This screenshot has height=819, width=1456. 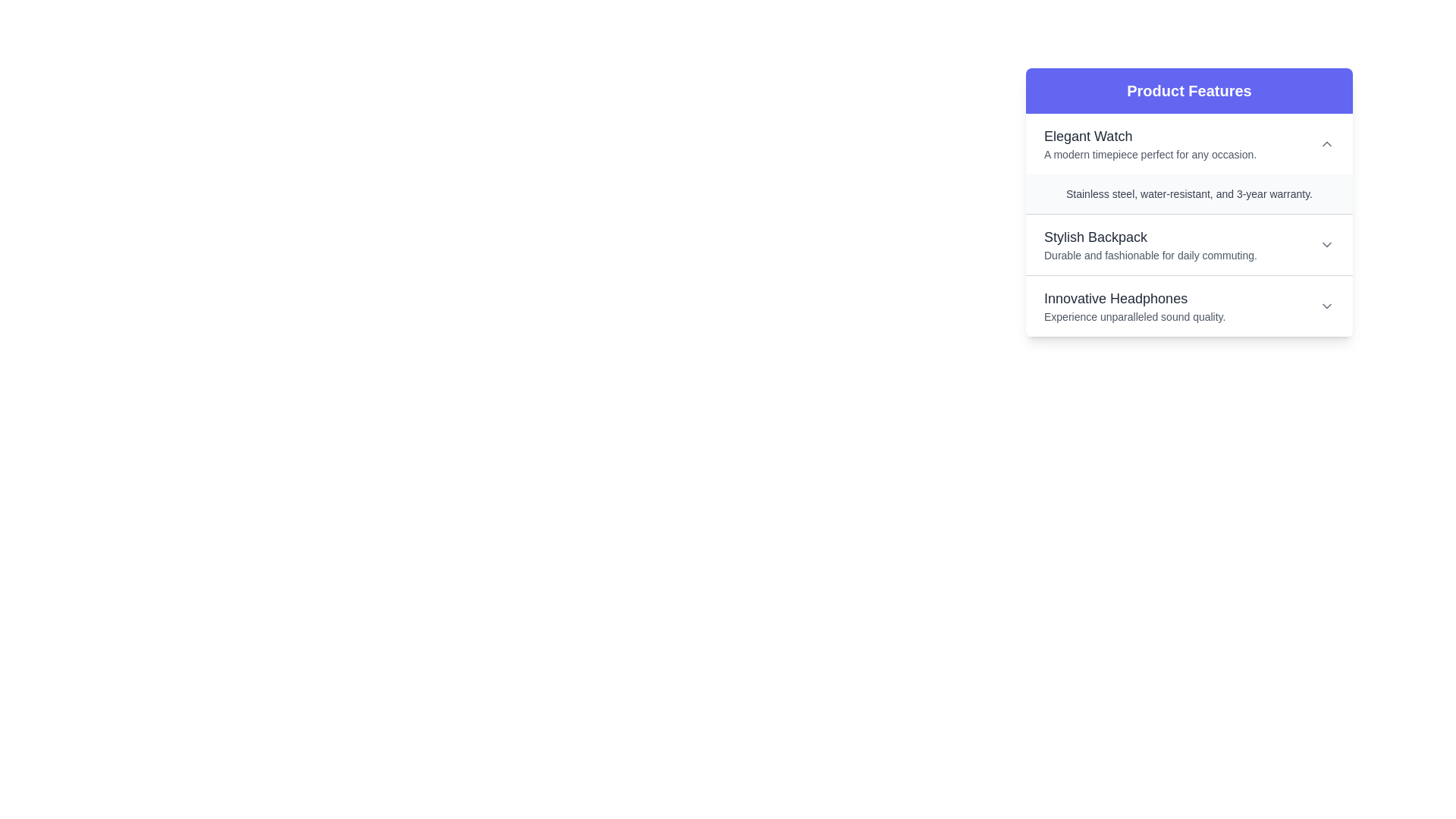 I want to click on text element containing the description 'Stainless steel, water-resistant, and 3-year warranty.' located in the 'Product Features' section below the title 'Elegant Watch', so click(x=1188, y=193).